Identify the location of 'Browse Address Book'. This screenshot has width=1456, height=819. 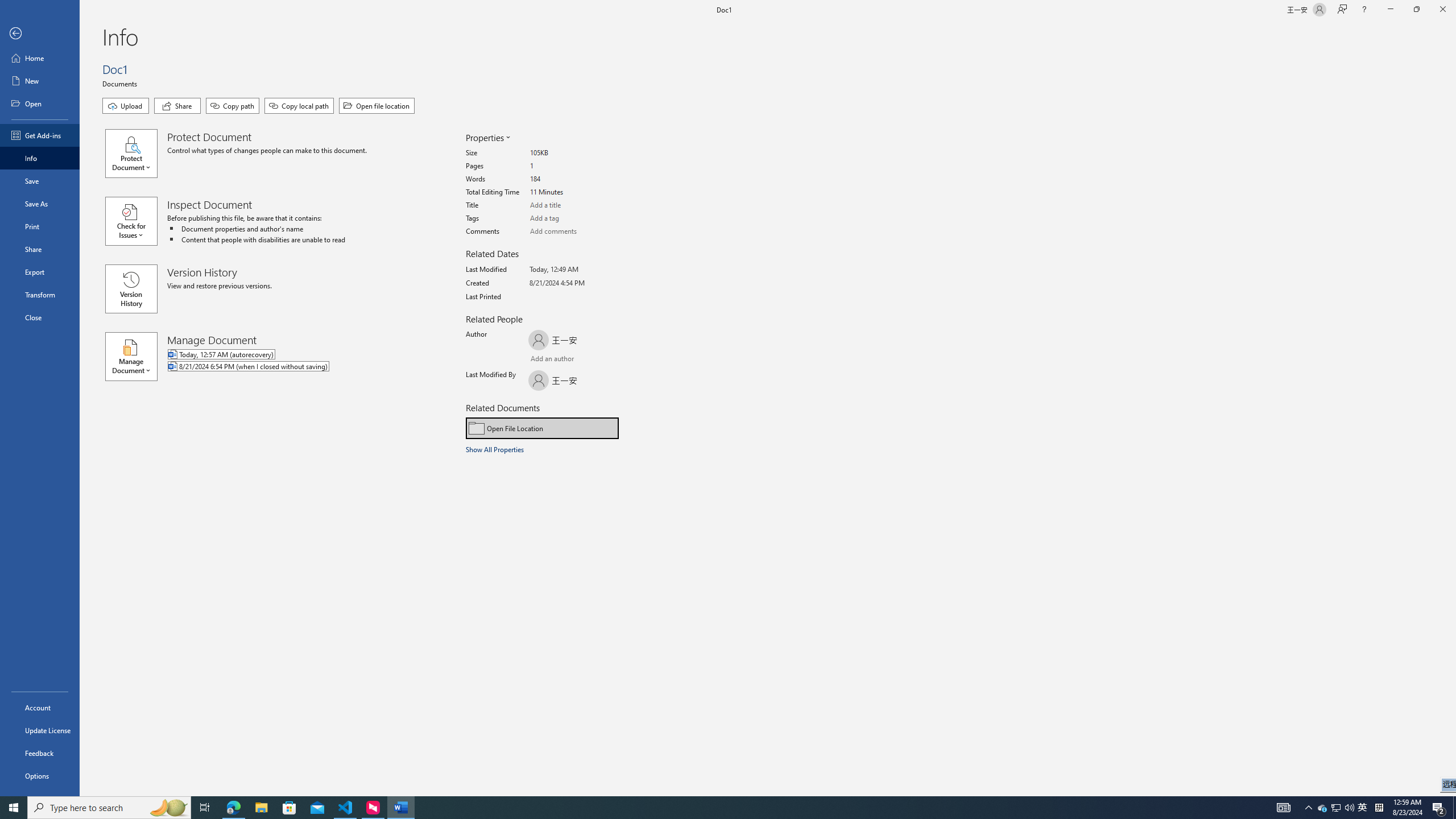
(595, 359).